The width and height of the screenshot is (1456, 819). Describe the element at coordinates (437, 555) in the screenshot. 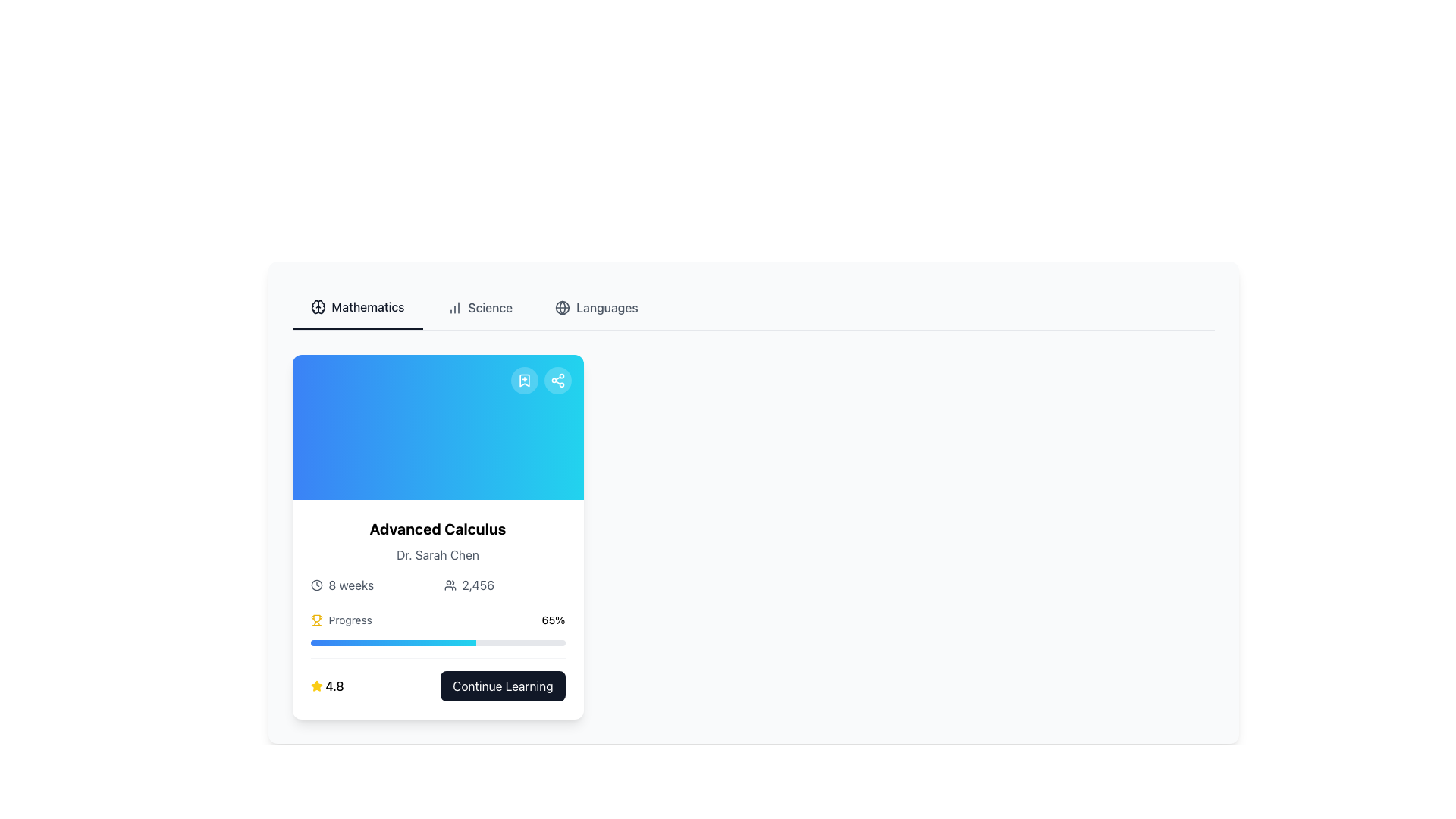

I see `the instructor label text that provides supporting information for the course content, located below 'Advanced Calculus' and above '8 weeks'` at that location.